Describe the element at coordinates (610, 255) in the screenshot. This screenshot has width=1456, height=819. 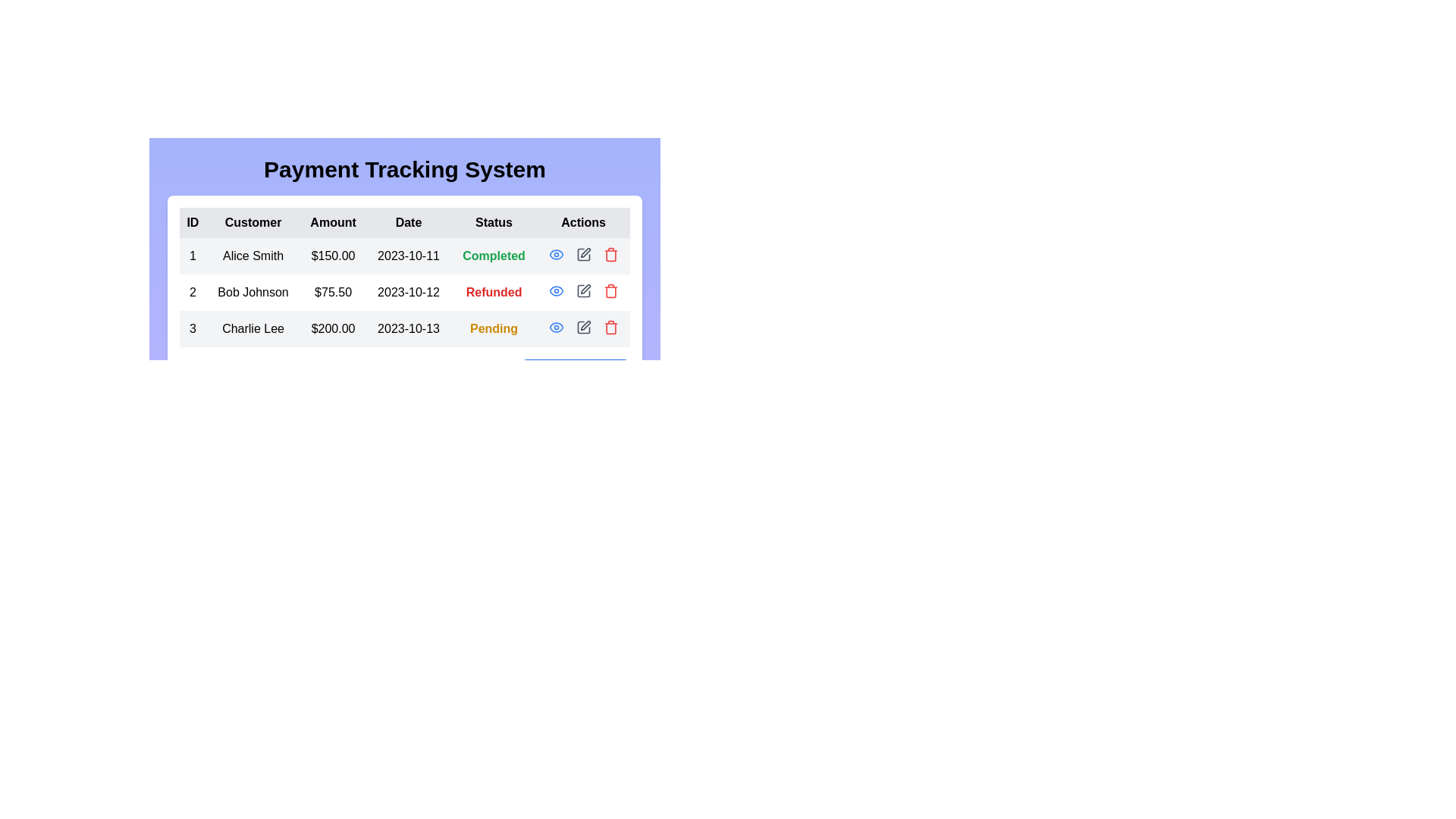
I see `the trash bin icon, which is a linear outline design with a rectangular body and arched handle, located in the rightmost column of the 'Actions' table, specifically in the third row for Charlie Lee` at that location.